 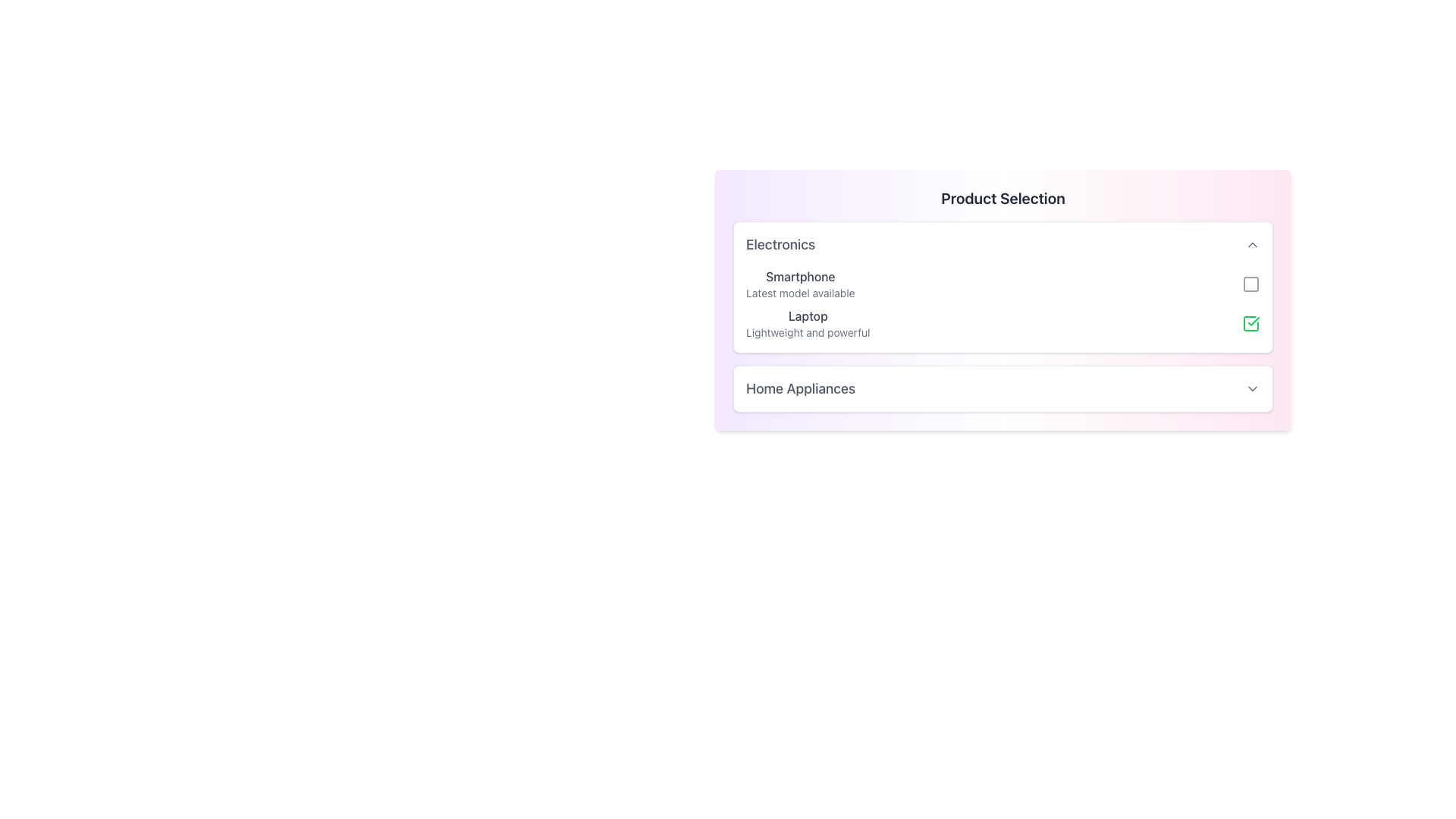 What do you see at coordinates (799, 284) in the screenshot?
I see `the text display element that shows the title and brief description of the 'Smartphone' product, located in the 'Electronics' section of the 'Product Selection' interface, which is the first item listed in this section` at bounding box center [799, 284].